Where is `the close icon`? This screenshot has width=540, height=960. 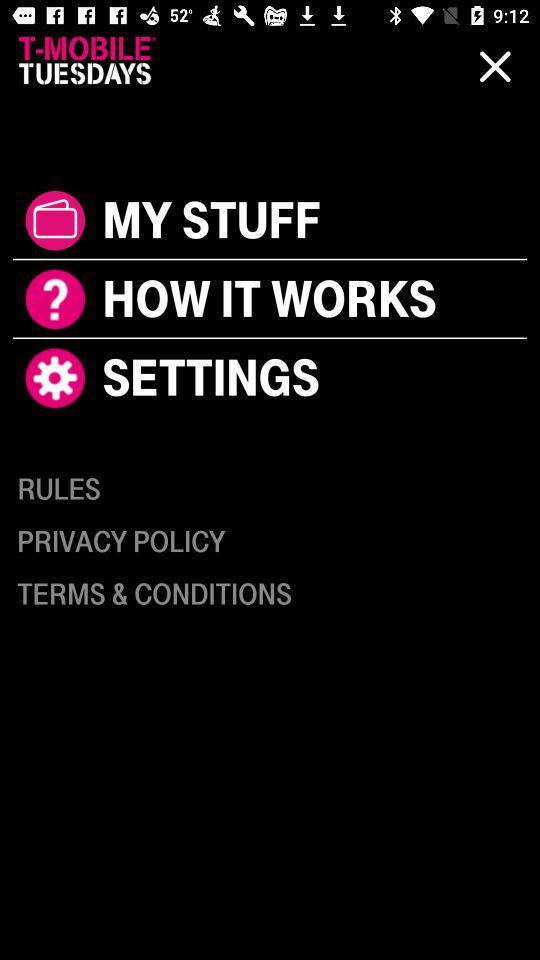 the close icon is located at coordinates (494, 67).